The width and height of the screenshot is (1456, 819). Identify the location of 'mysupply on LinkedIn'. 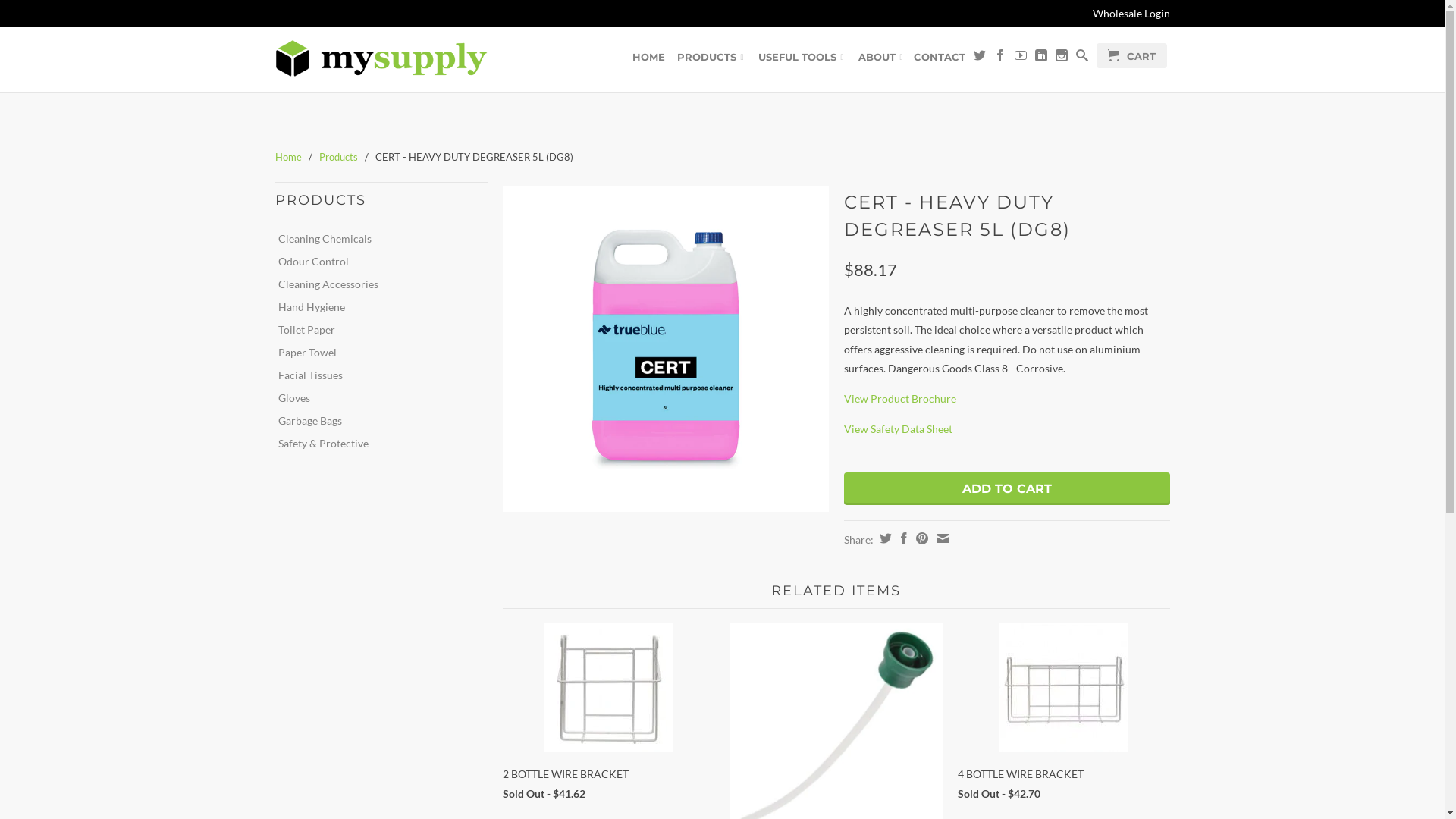
(1040, 58).